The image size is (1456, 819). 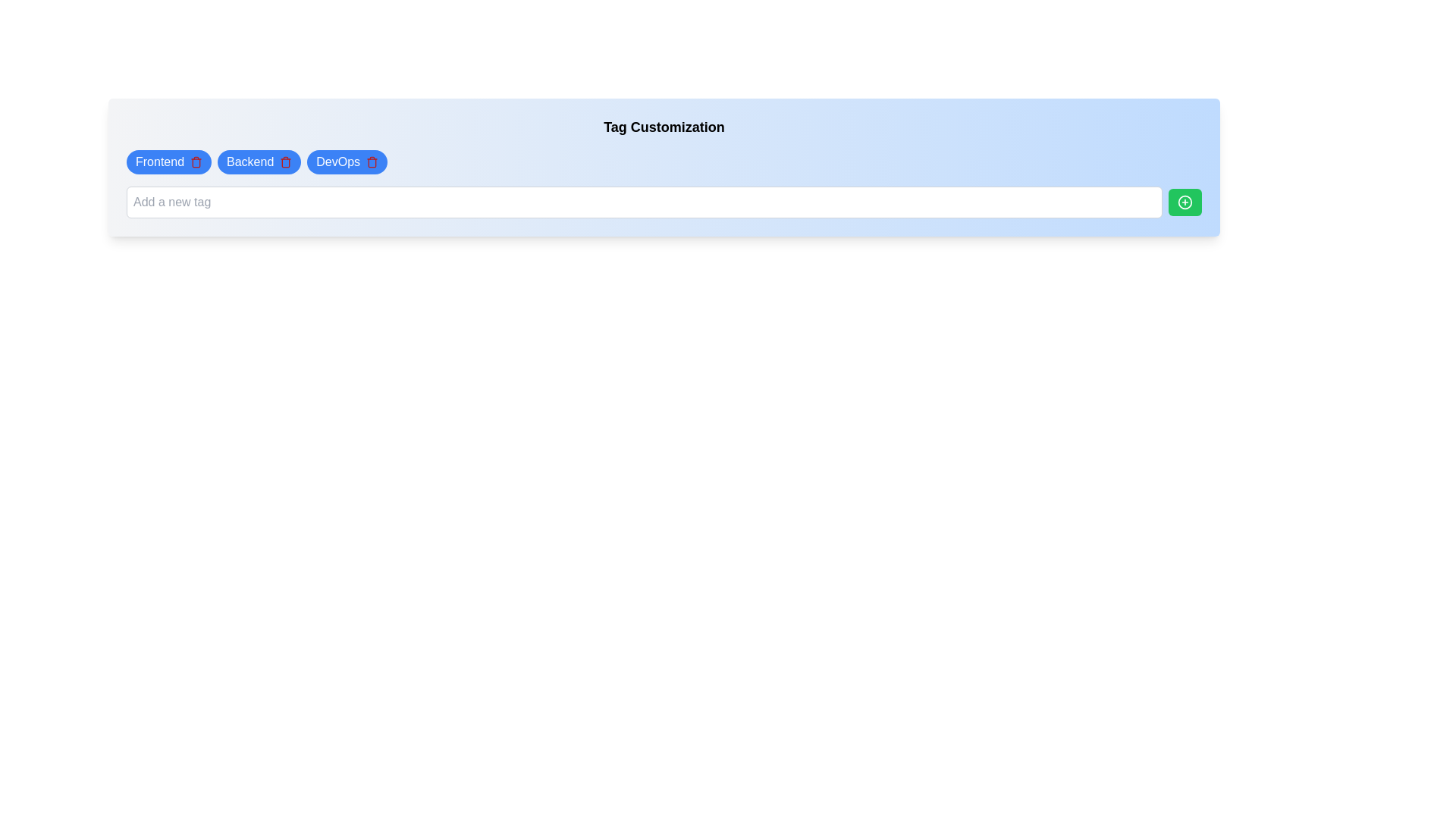 What do you see at coordinates (196, 162) in the screenshot?
I see `the delete button associated with the 'Frontend' tag` at bounding box center [196, 162].